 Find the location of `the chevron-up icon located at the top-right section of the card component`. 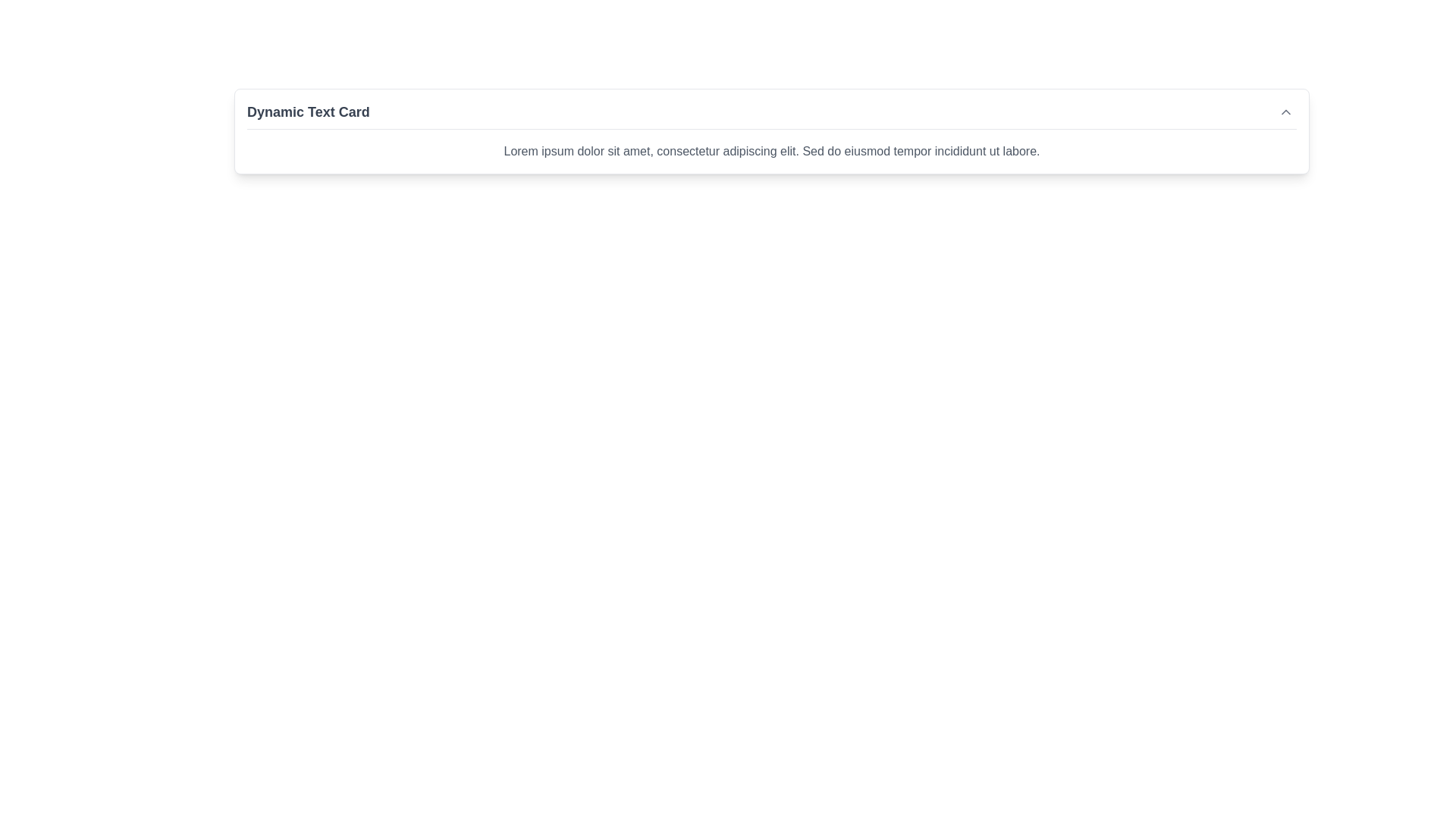

the chevron-up icon located at the top-right section of the card component is located at coordinates (1285, 111).